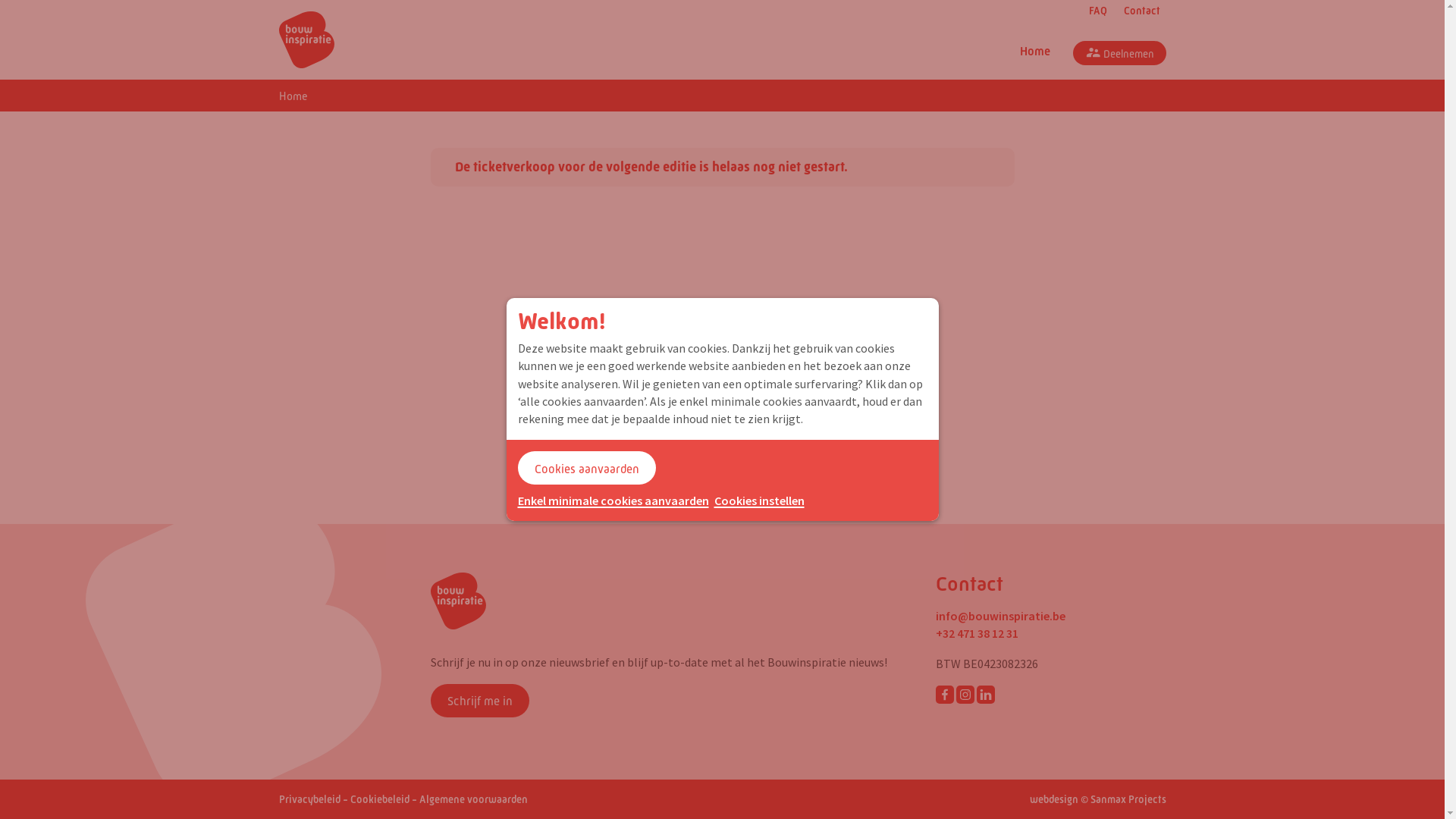 Image resolution: width=1456 pixels, height=819 pixels. Describe the element at coordinates (986, 694) in the screenshot. I see `'LinkedIn'` at that location.